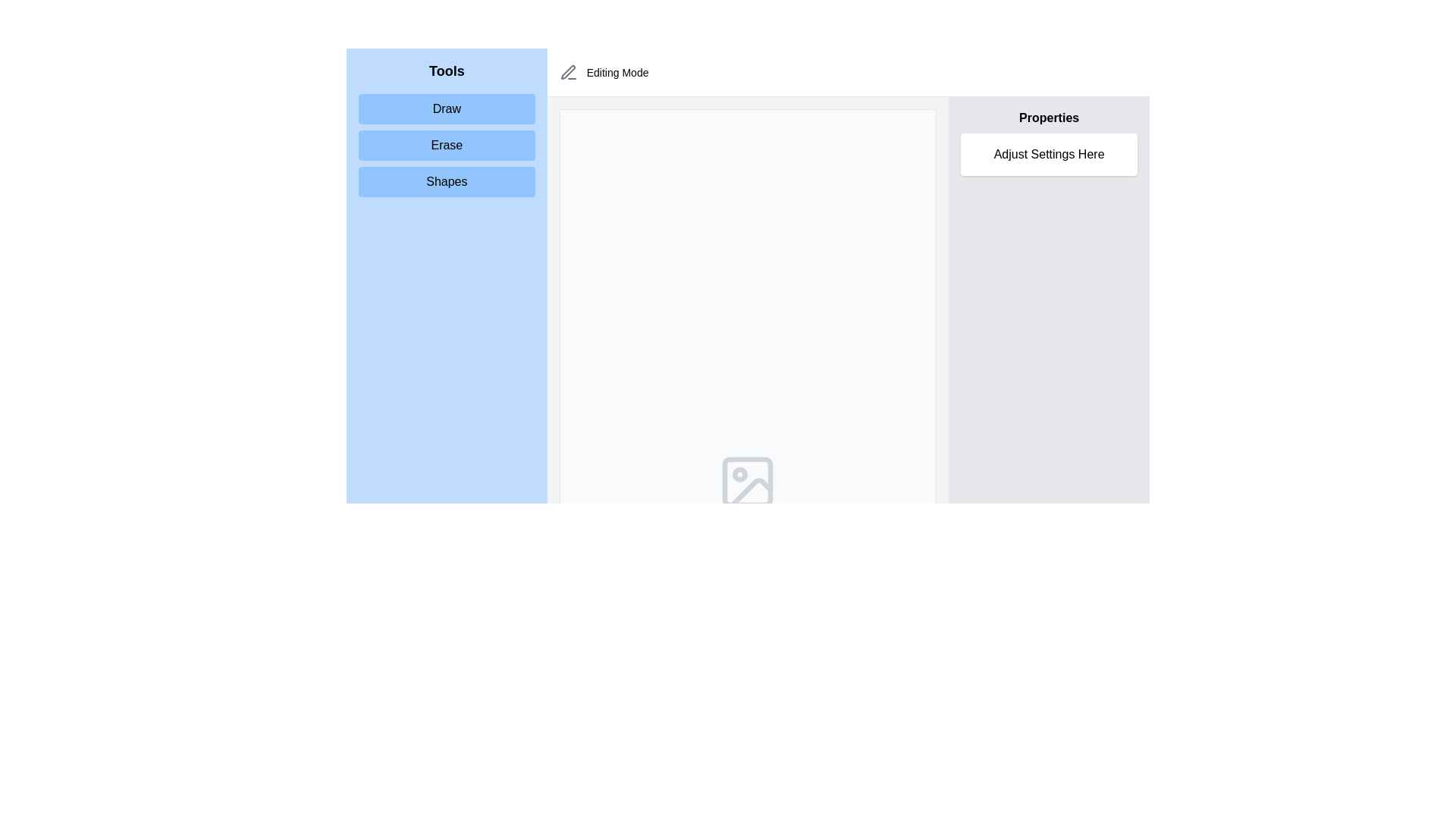  What do you see at coordinates (617, 72) in the screenshot?
I see `the text label reading 'Editing Mode', which is styled in a medium-sized sans-serif typeface and is located to the right of a pen icon in the header bar` at bounding box center [617, 72].